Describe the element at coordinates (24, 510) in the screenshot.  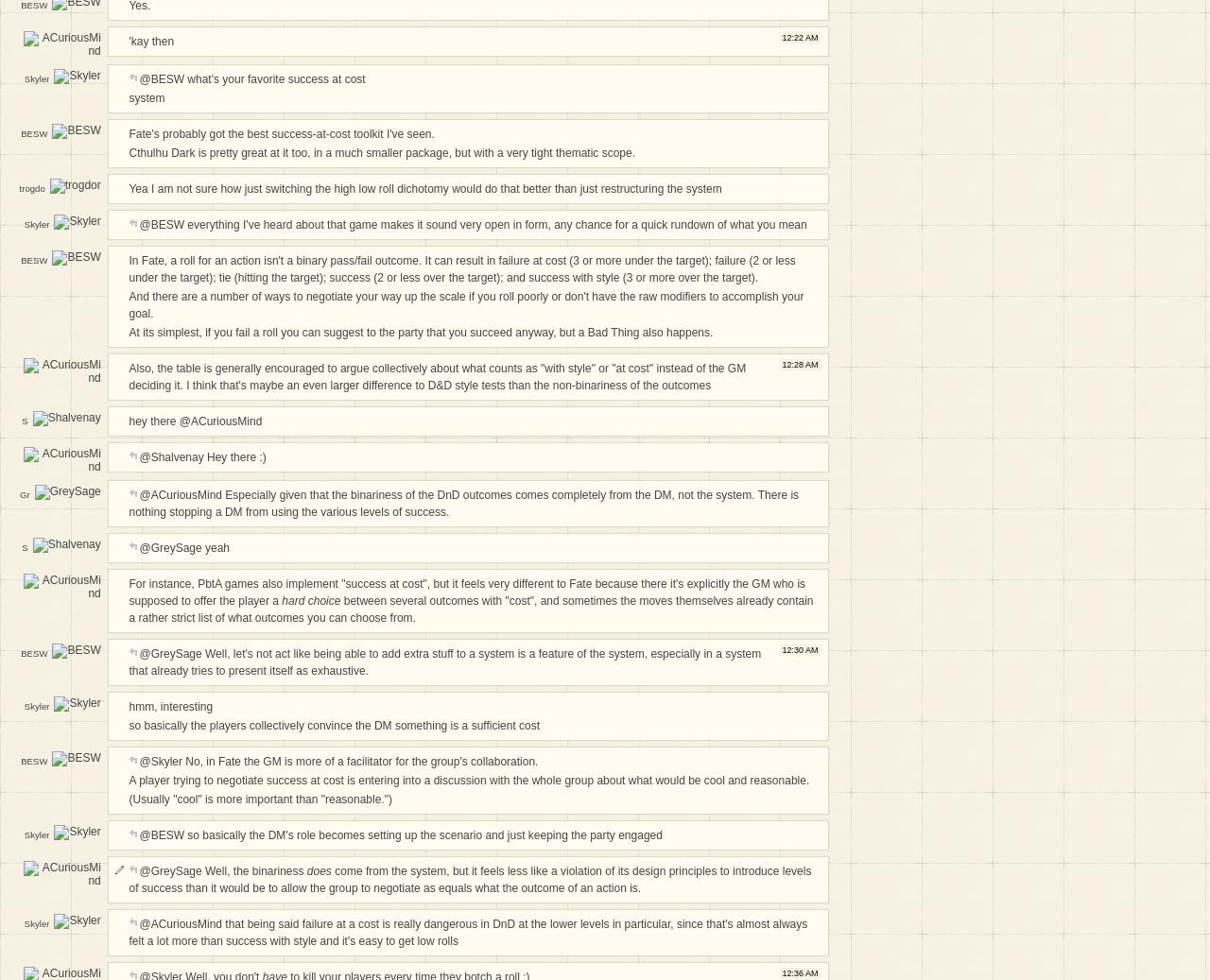
I see `'GreySage'` at that location.